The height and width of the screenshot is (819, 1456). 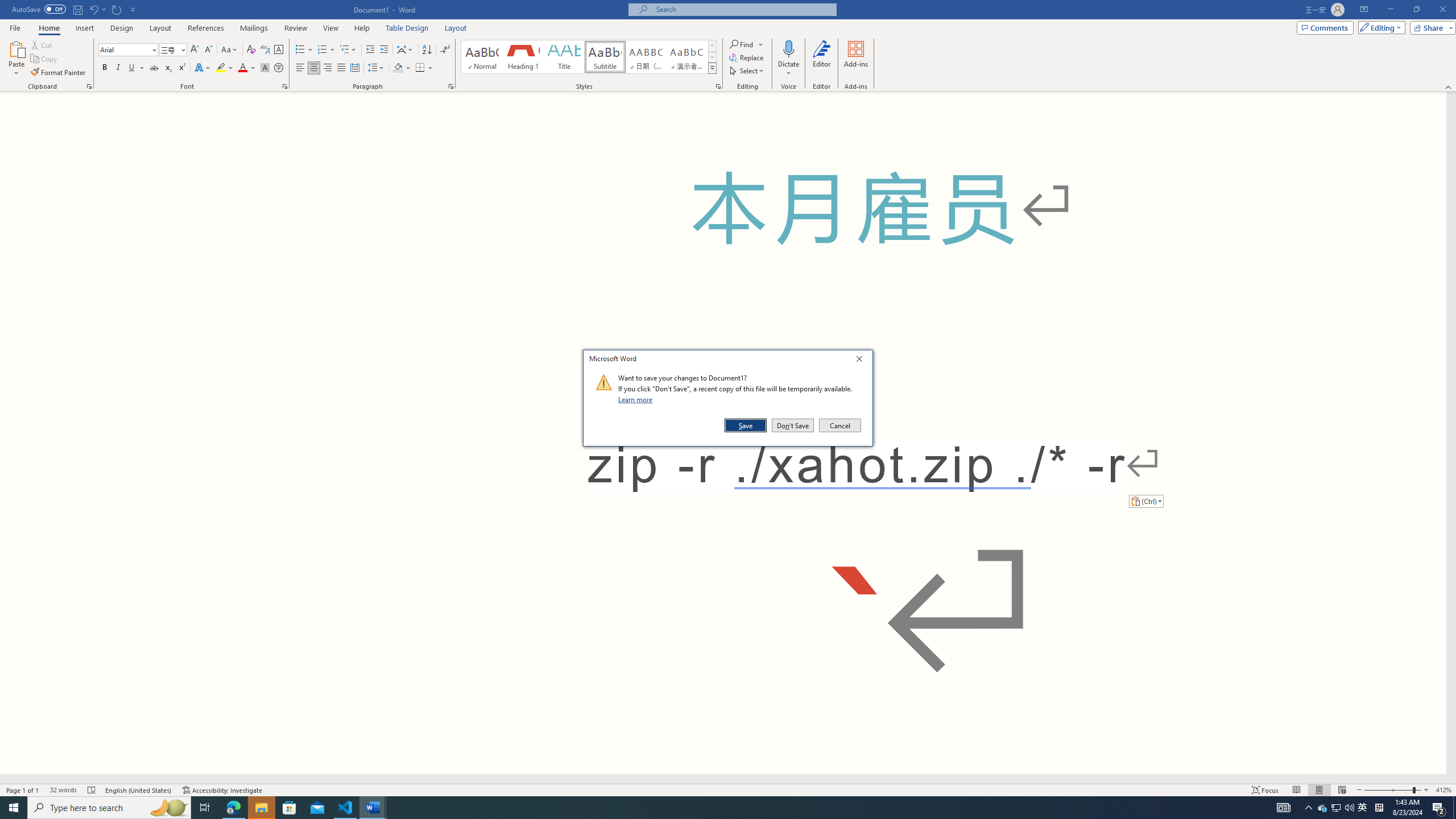 What do you see at coordinates (118, 67) in the screenshot?
I see `'Italic'` at bounding box center [118, 67].